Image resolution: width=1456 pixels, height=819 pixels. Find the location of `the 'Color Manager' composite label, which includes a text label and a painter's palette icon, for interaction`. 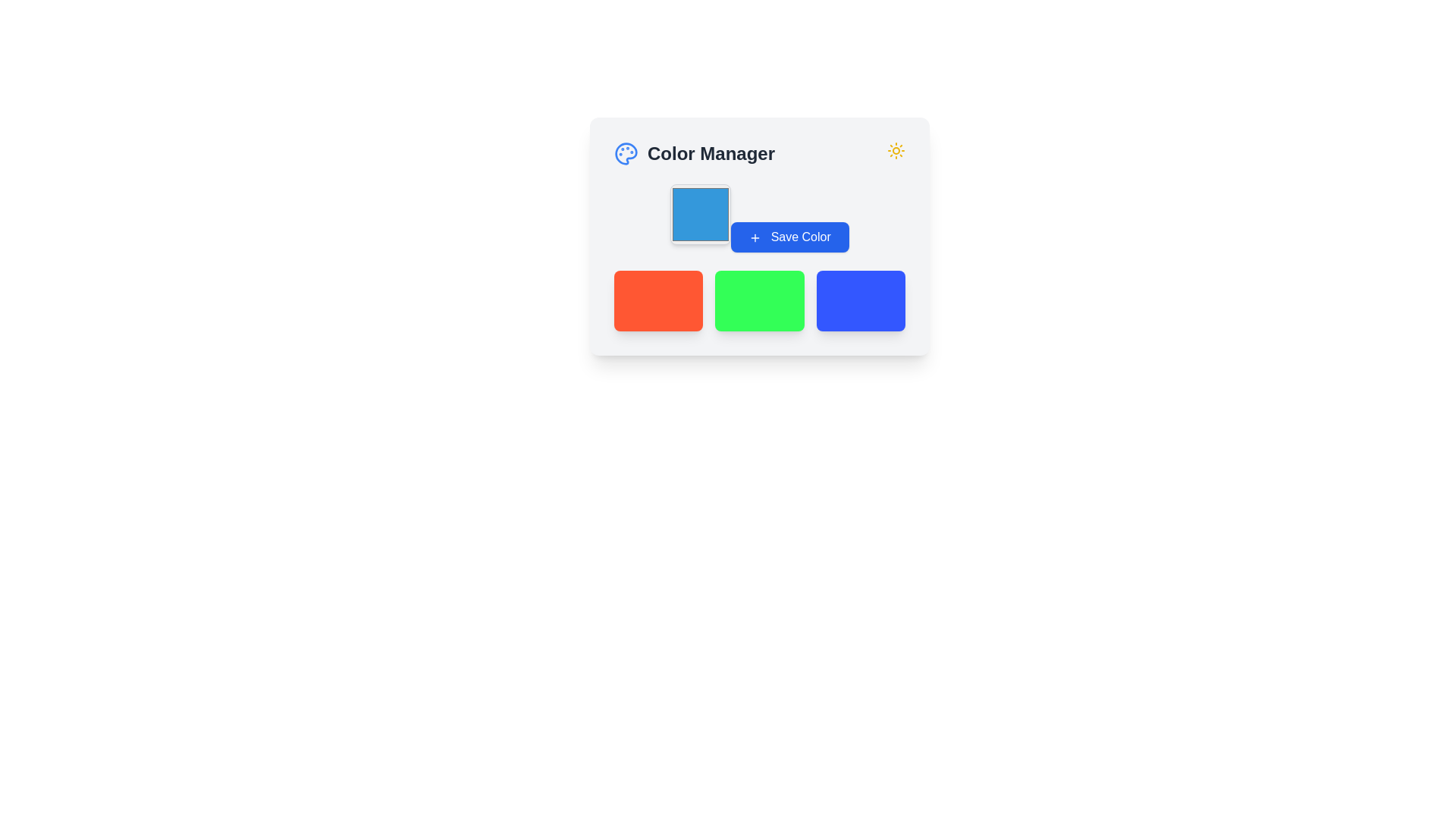

the 'Color Manager' composite label, which includes a text label and a painter's palette icon, for interaction is located at coordinates (694, 154).